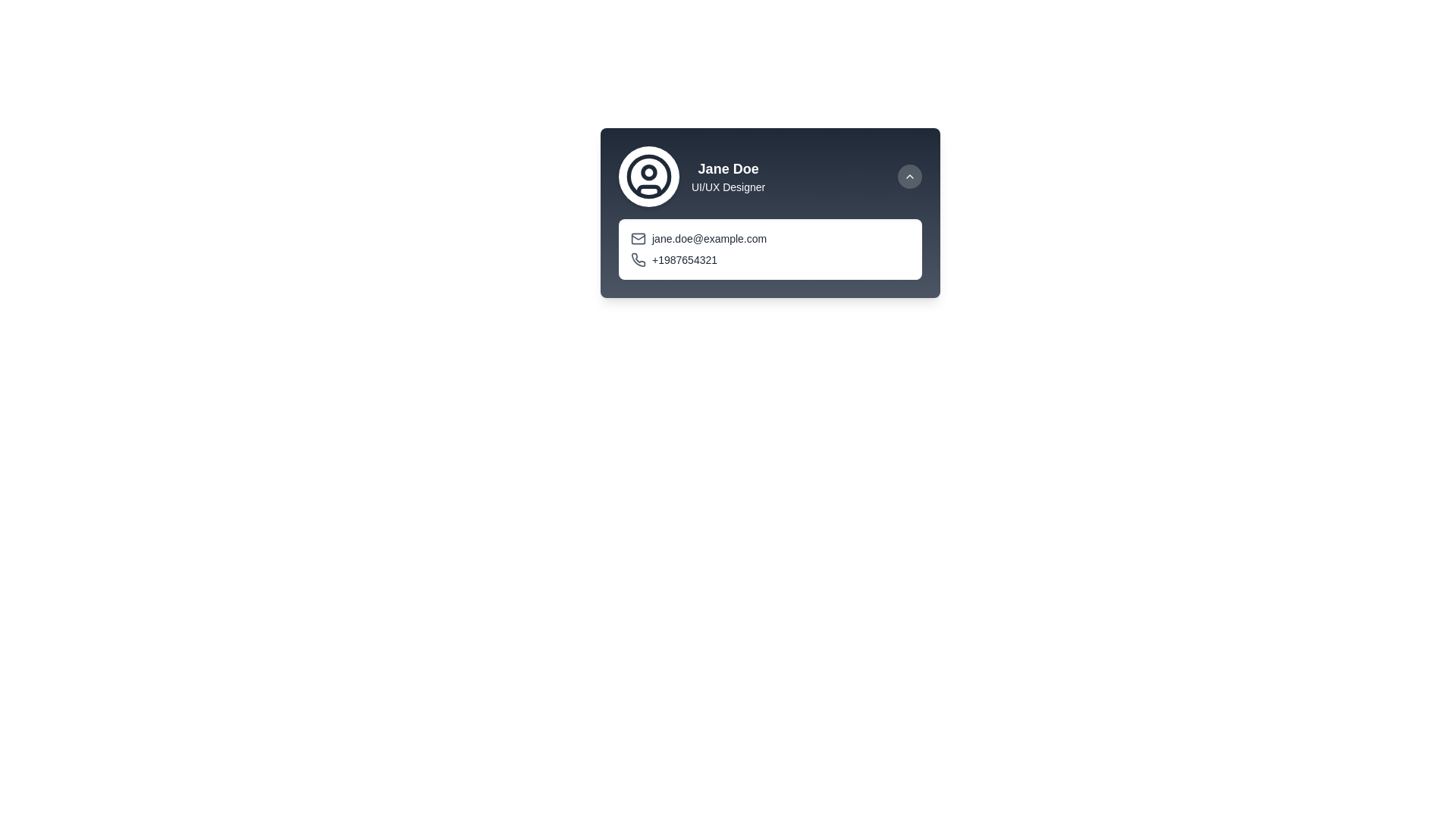 This screenshot has width=1456, height=819. I want to click on text displayed in the Text Label that shows the name 'Jane Doe', which is located on the profile card to the right of the avatar, so click(728, 169).